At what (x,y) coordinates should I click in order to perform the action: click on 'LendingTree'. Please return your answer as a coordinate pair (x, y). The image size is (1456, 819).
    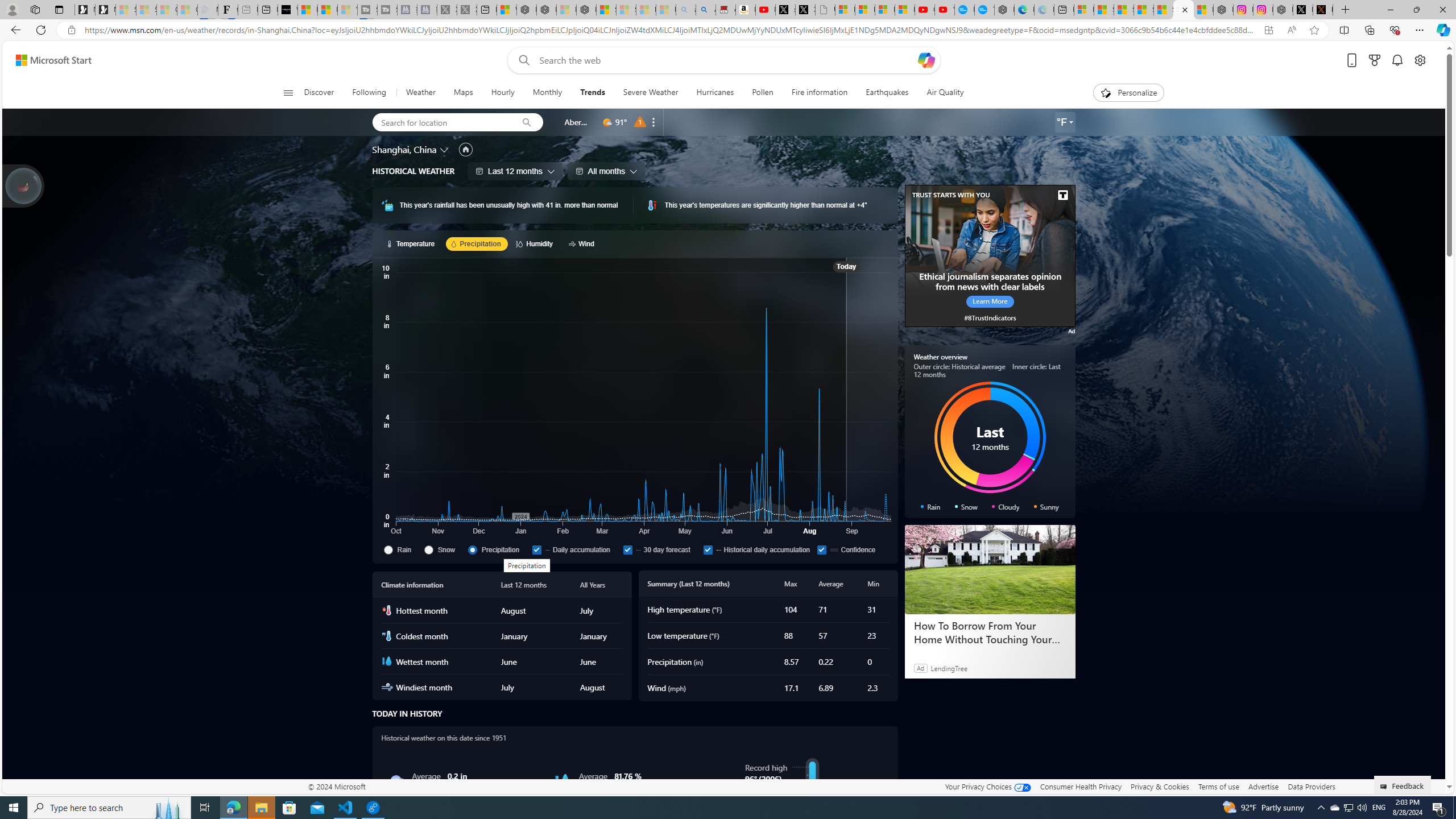
    Looking at the image, I should click on (948, 668).